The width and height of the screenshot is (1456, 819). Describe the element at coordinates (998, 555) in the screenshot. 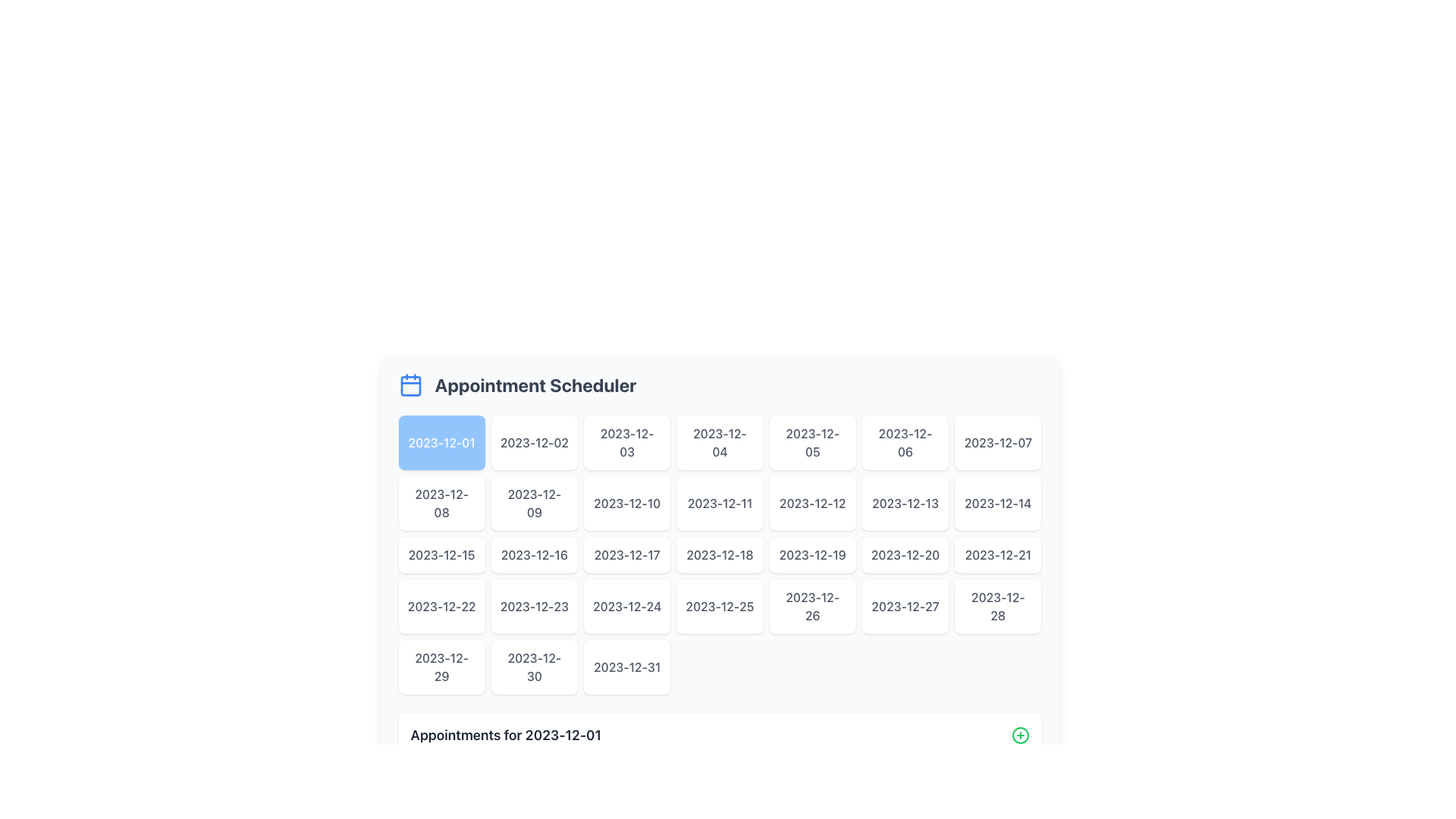

I see `the button displaying the date '2023-12-21'` at that location.